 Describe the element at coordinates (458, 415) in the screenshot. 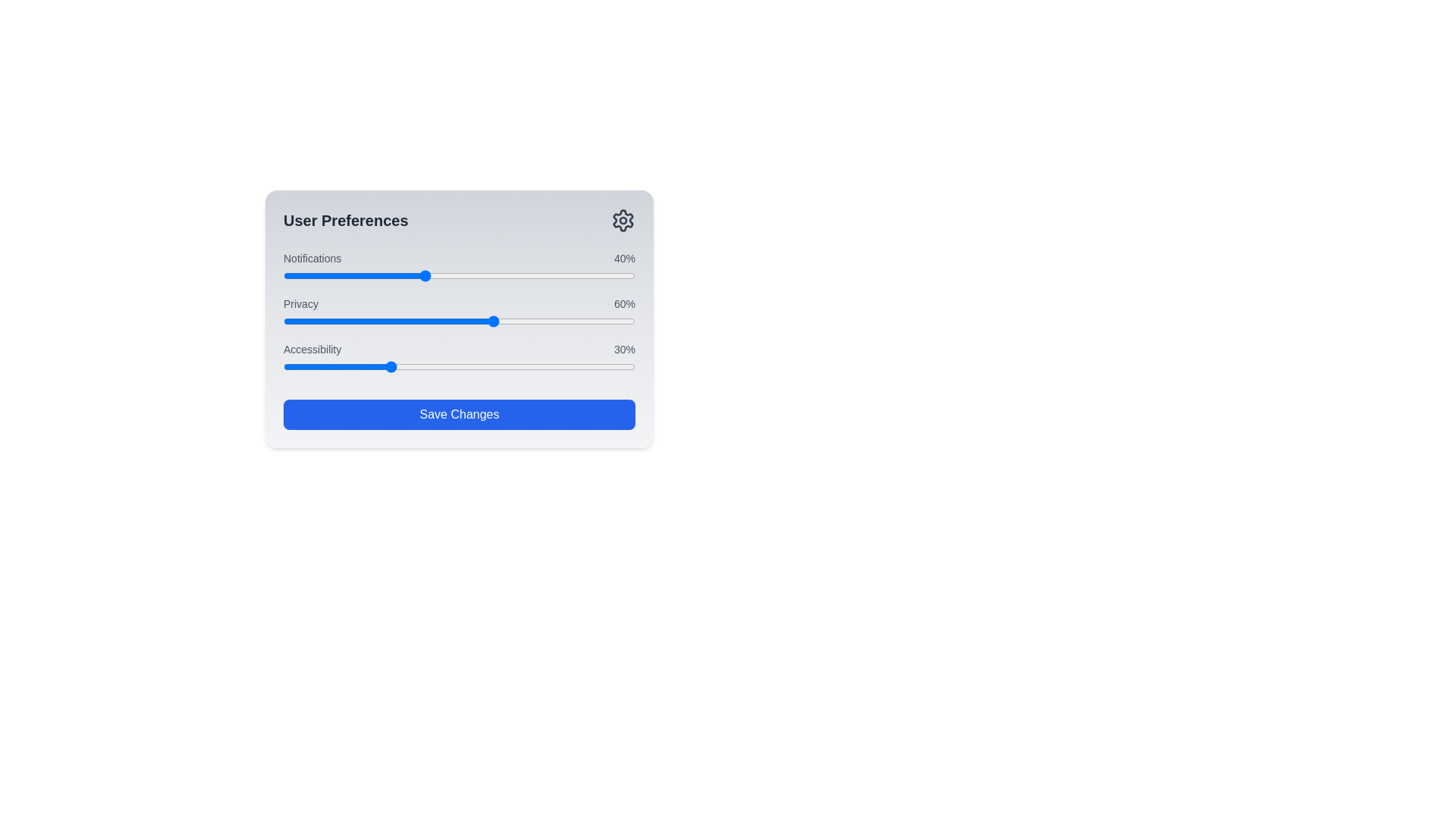

I see `the 'Save Changes' button` at that location.